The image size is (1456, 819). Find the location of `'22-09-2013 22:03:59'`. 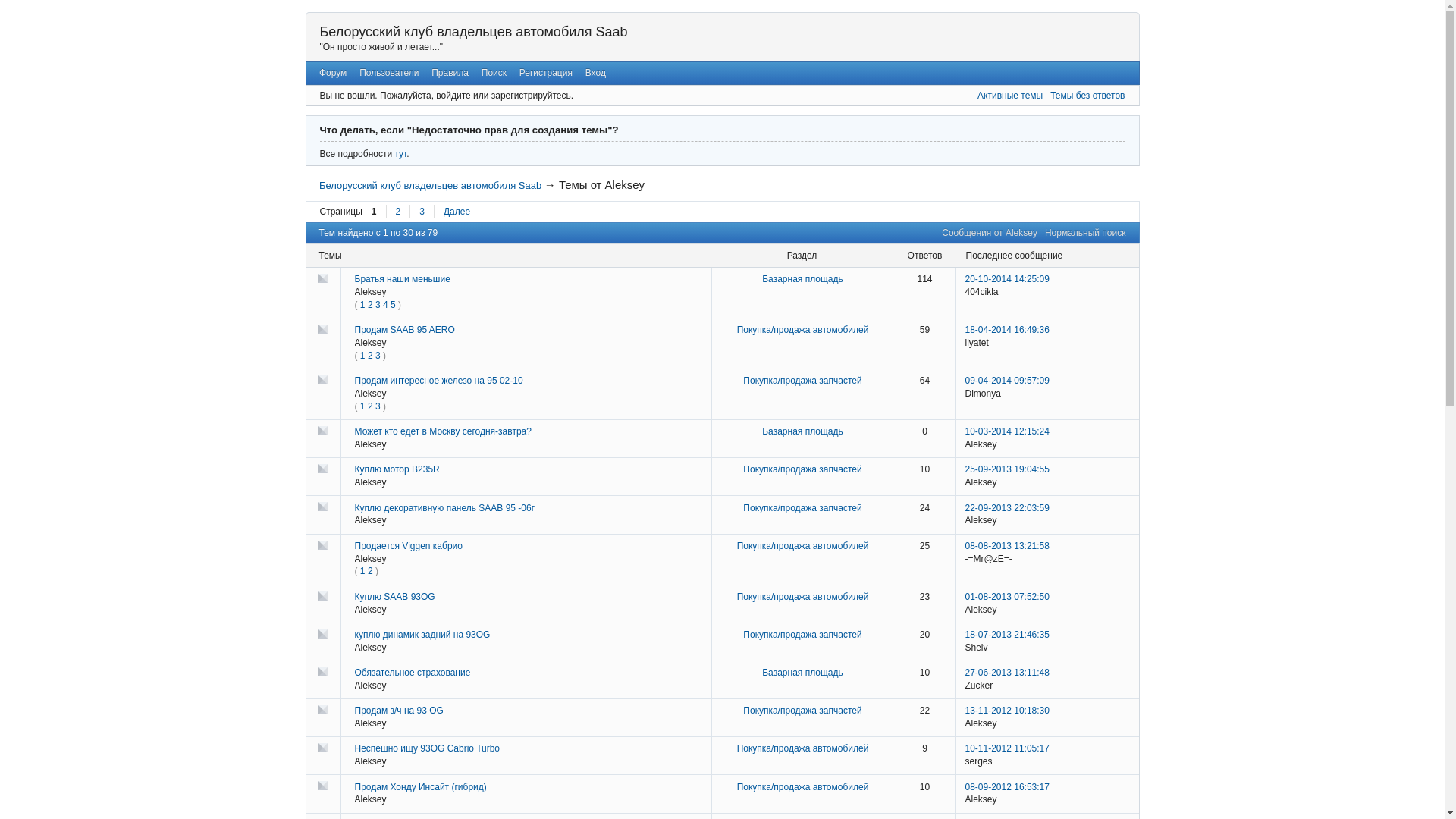

'22-09-2013 22:03:59' is located at coordinates (1006, 508).